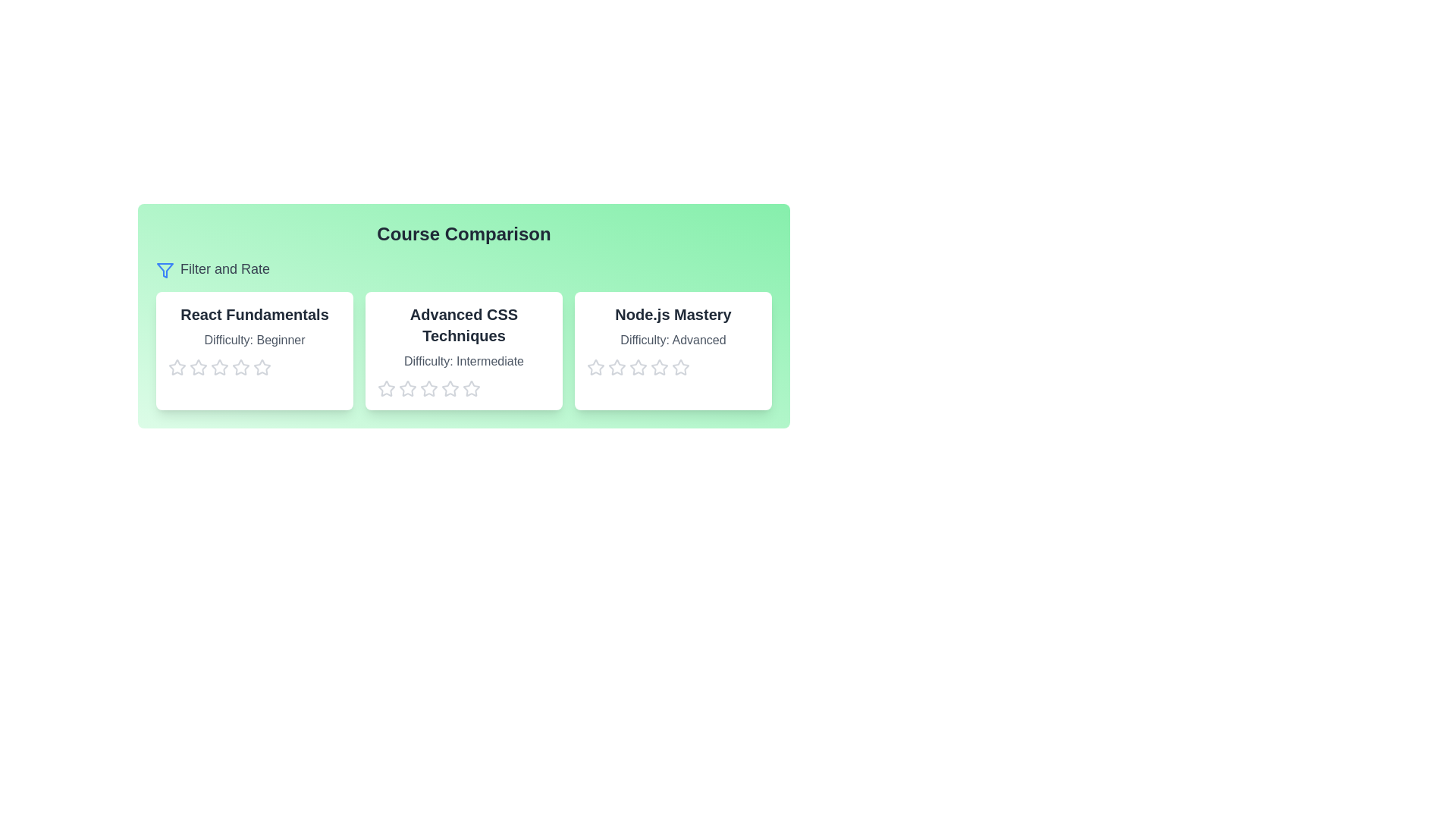  What do you see at coordinates (165, 269) in the screenshot?
I see `the 'Filter and Rate' filter icon` at bounding box center [165, 269].